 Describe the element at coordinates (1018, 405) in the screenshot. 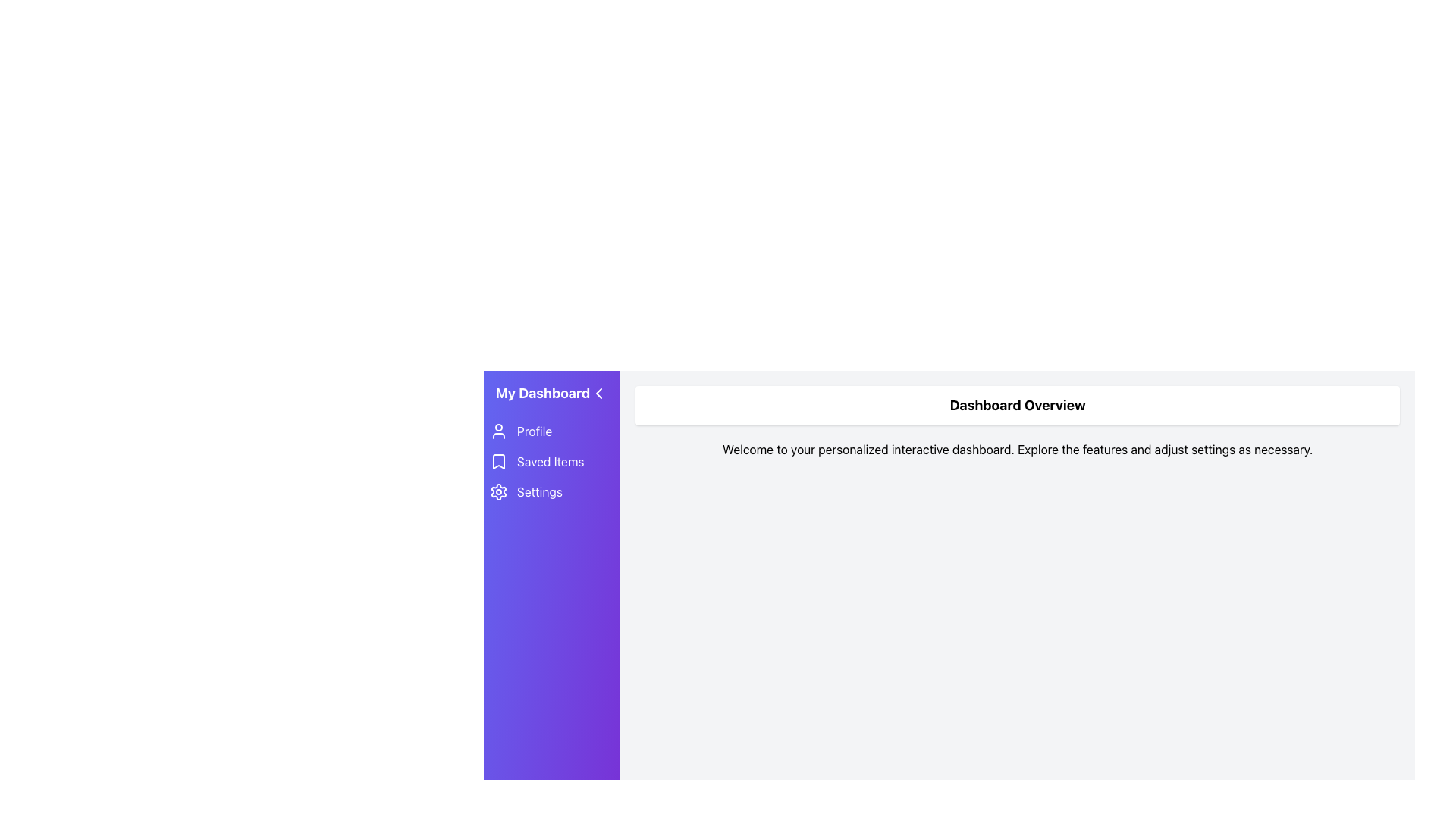

I see `the bold text label 'Dashboard Overview' which is styled for emphasis and centrally located in the main dashboard content area` at that location.